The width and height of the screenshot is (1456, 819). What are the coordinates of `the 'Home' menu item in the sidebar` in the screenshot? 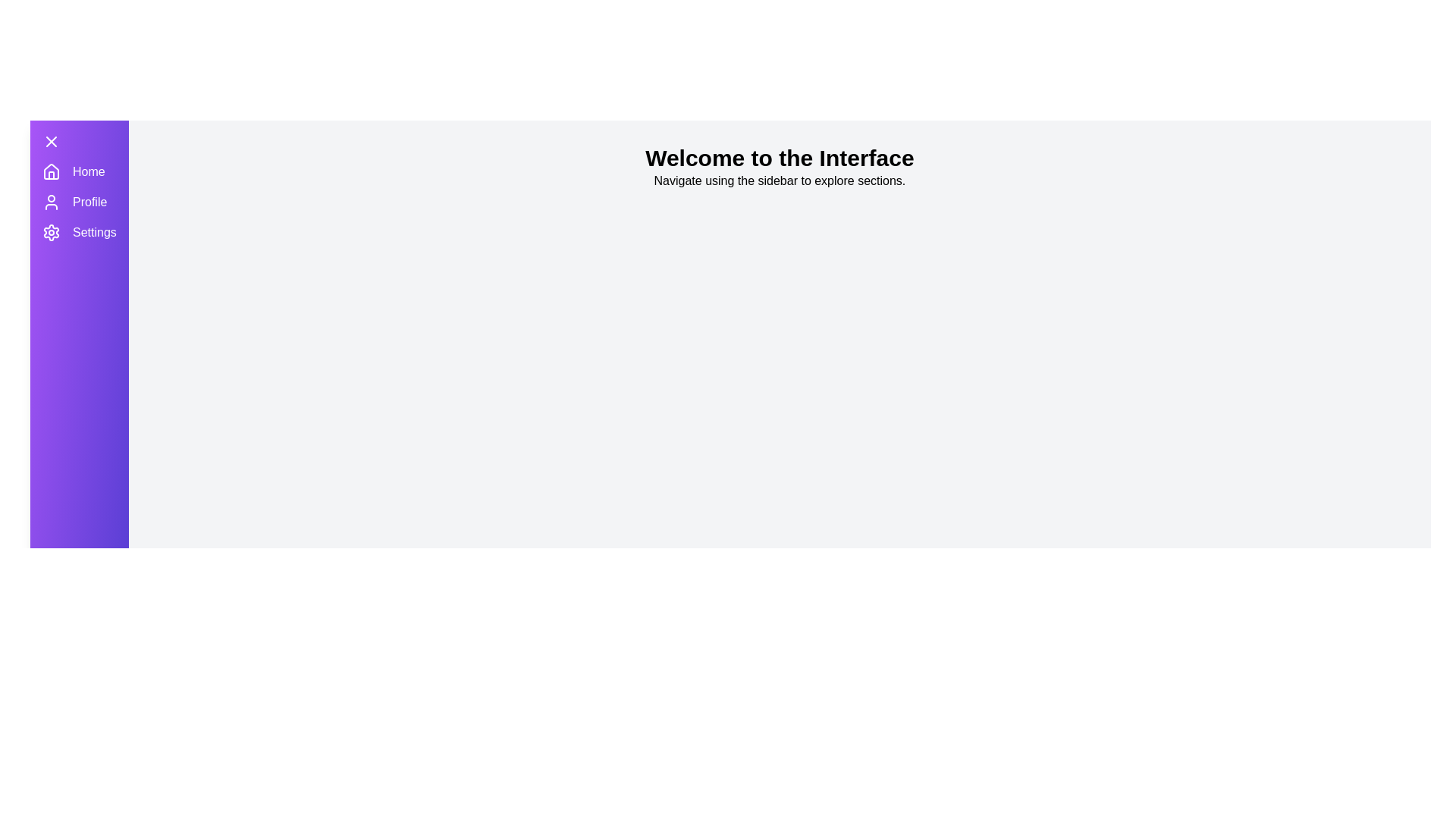 It's located at (78, 171).